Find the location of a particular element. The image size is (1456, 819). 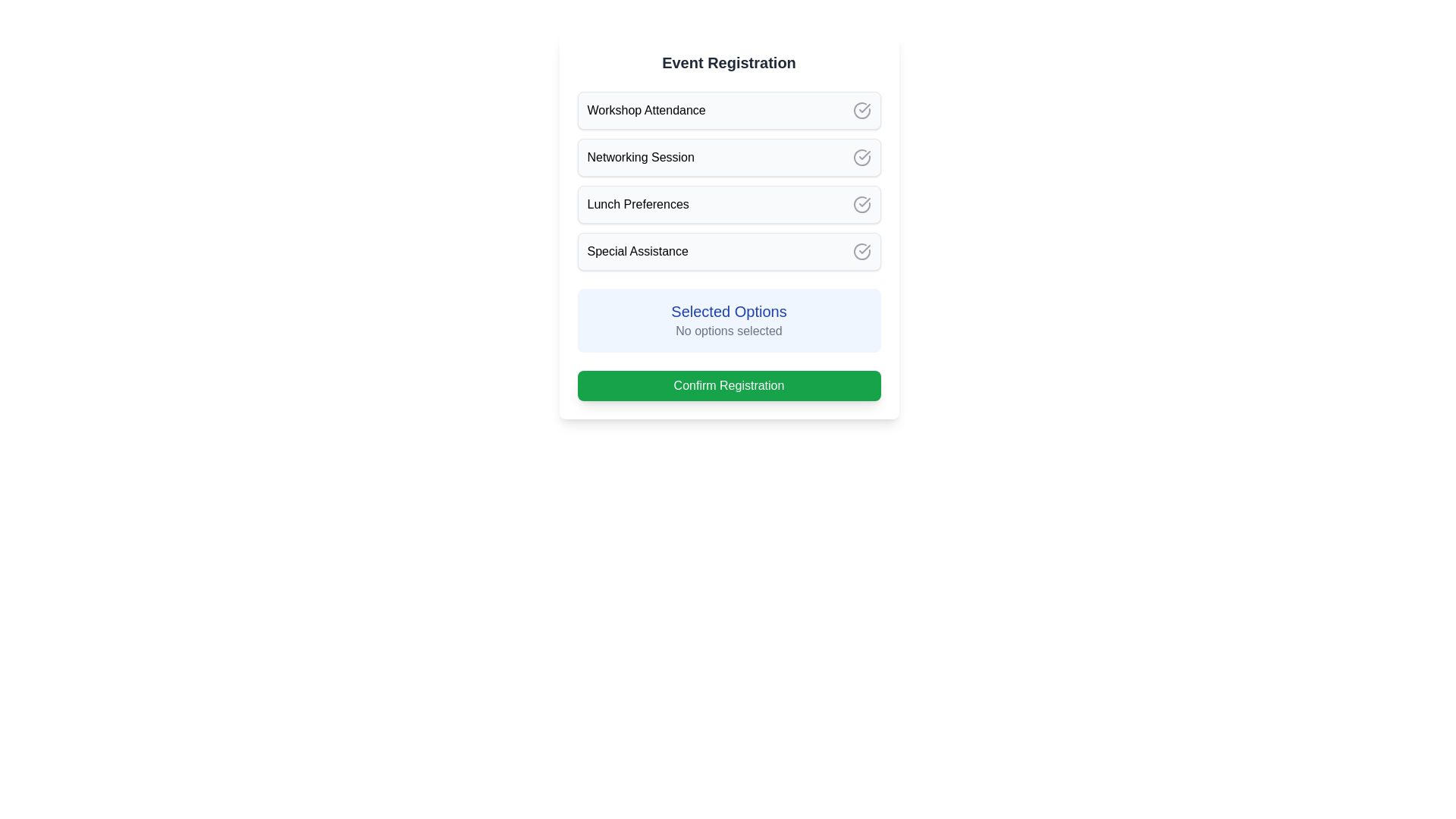

the 'Selected Options' Text Label, which displays the text in a medium, extra-large blue font within a rounded rectangular section with a light blue background is located at coordinates (729, 311).